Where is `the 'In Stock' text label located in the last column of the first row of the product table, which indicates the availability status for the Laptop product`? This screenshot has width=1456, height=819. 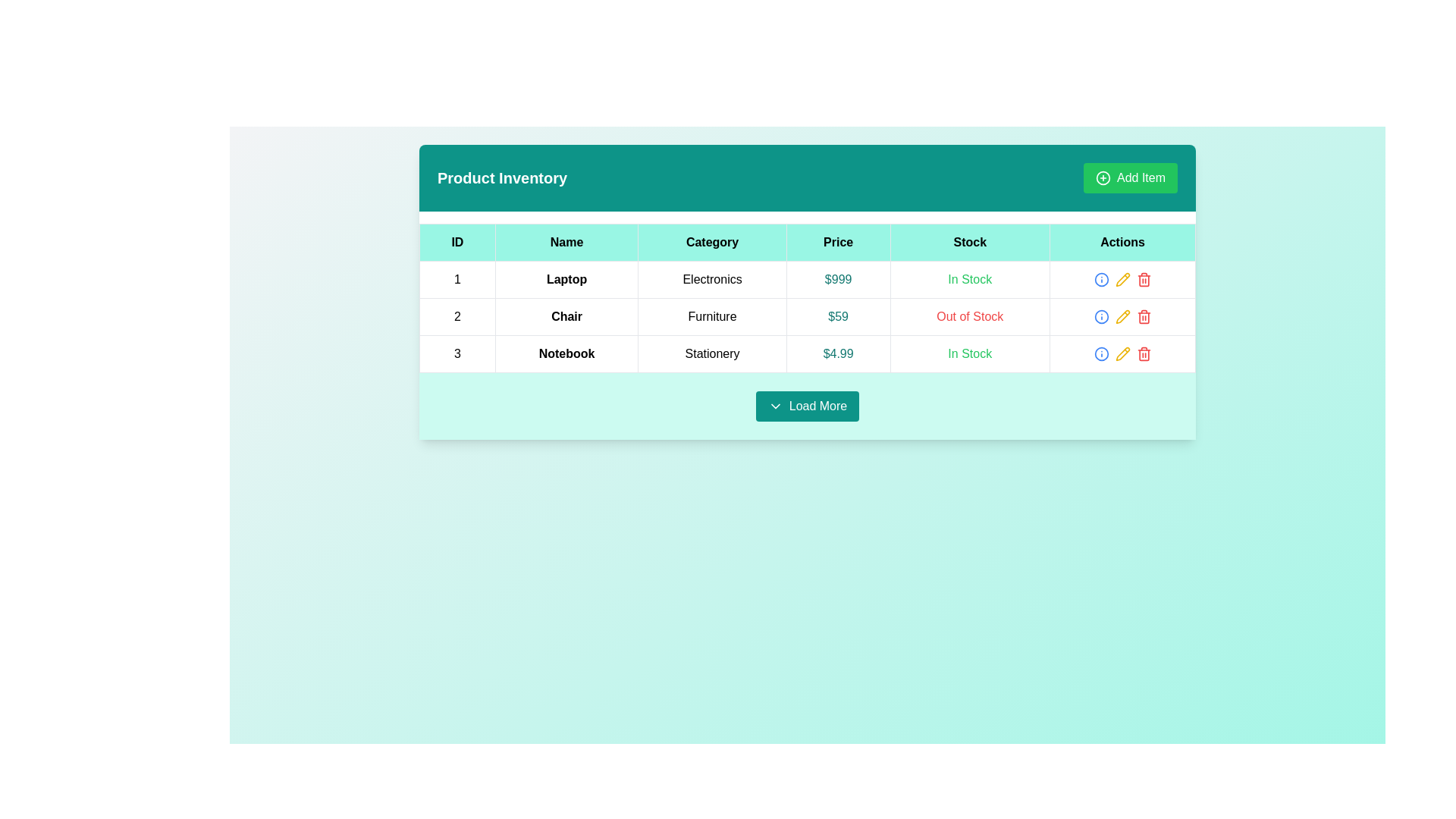
the 'In Stock' text label located in the last column of the first row of the product table, which indicates the availability status for the Laptop product is located at coordinates (969, 280).